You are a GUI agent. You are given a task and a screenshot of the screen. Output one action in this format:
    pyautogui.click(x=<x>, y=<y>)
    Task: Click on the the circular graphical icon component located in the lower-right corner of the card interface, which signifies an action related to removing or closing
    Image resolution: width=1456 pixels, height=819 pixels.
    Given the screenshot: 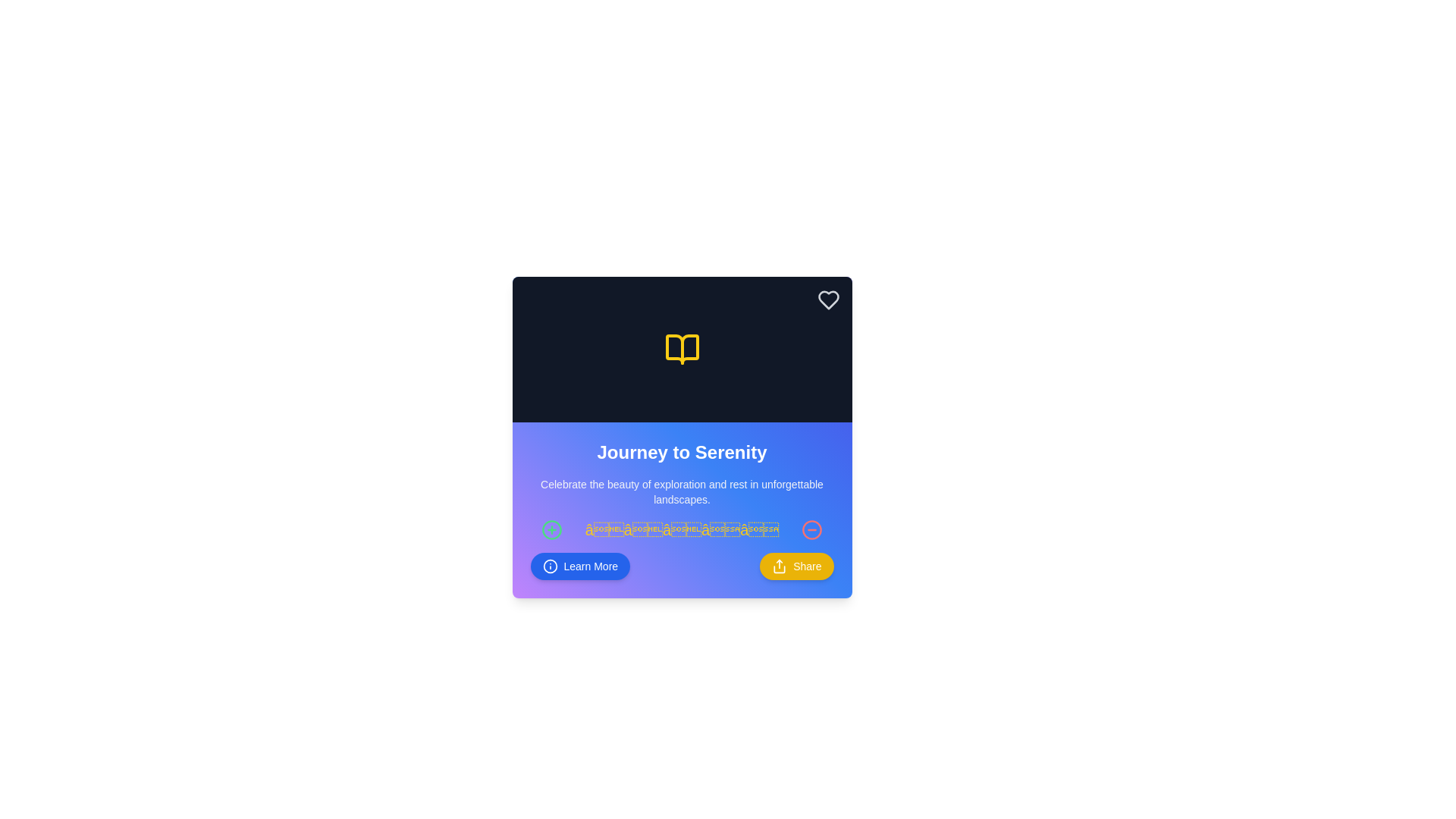 What is the action you would take?
    pyautogui.click(x=811, y=529)
    